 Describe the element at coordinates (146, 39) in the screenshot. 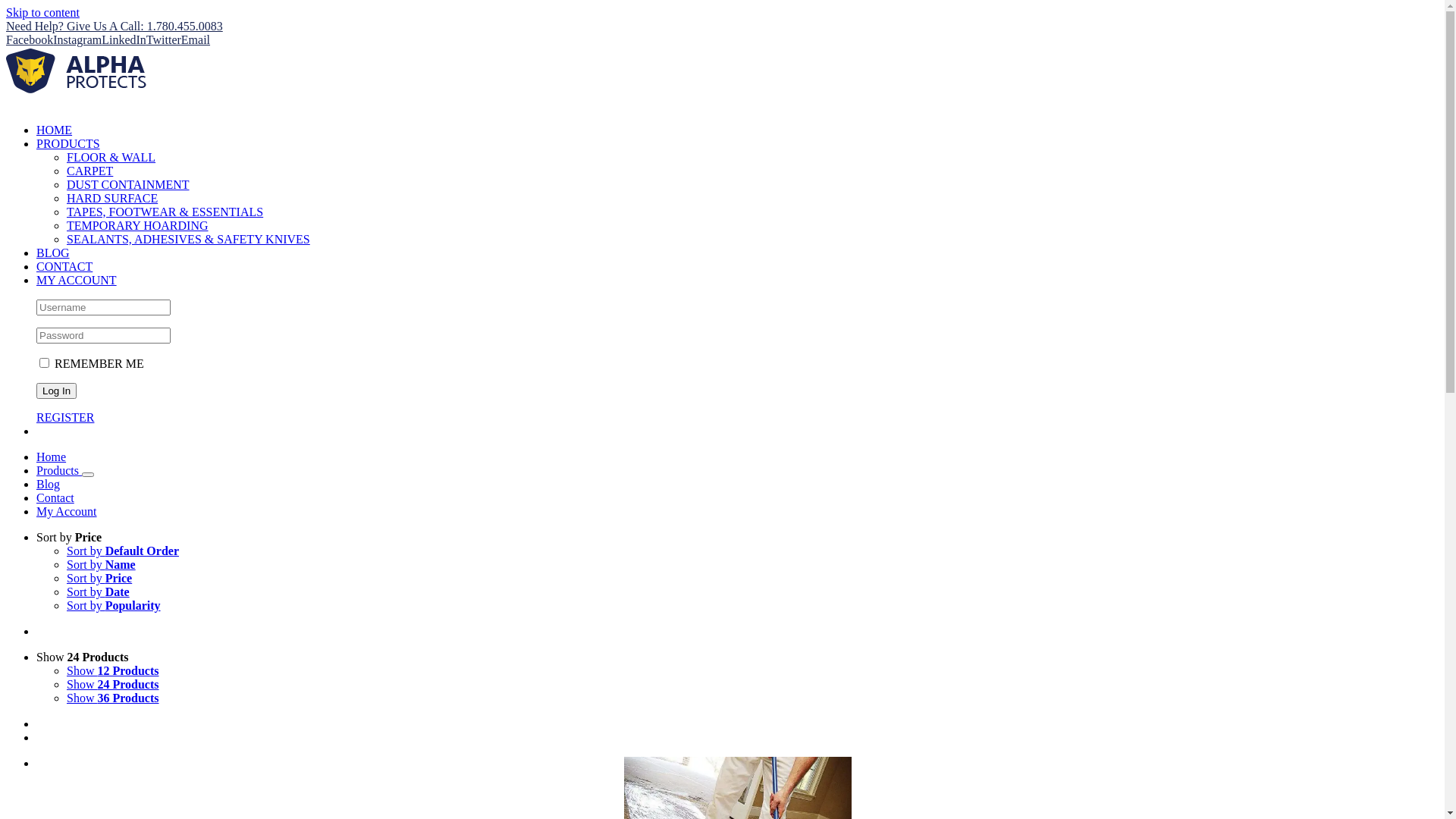

I see `'Twitter'` at that location.